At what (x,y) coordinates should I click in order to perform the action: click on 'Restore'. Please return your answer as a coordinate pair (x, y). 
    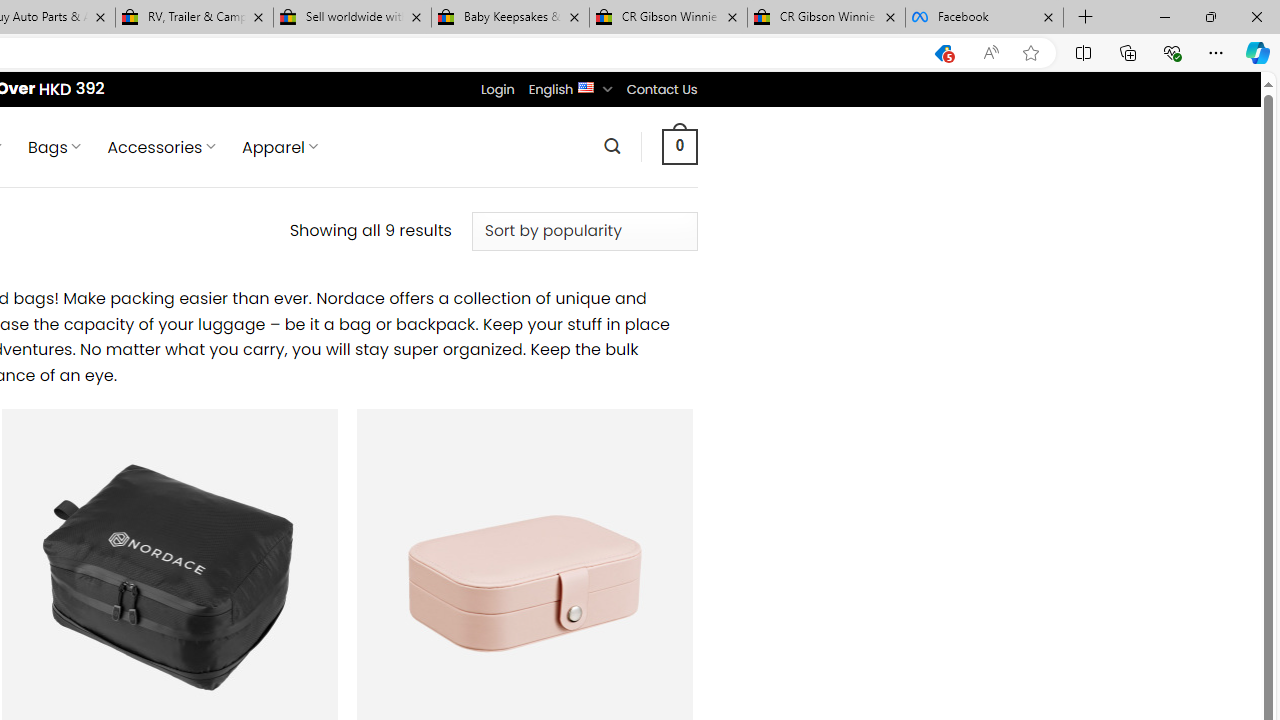
    Looking at the image, I should click on (1209, 16).